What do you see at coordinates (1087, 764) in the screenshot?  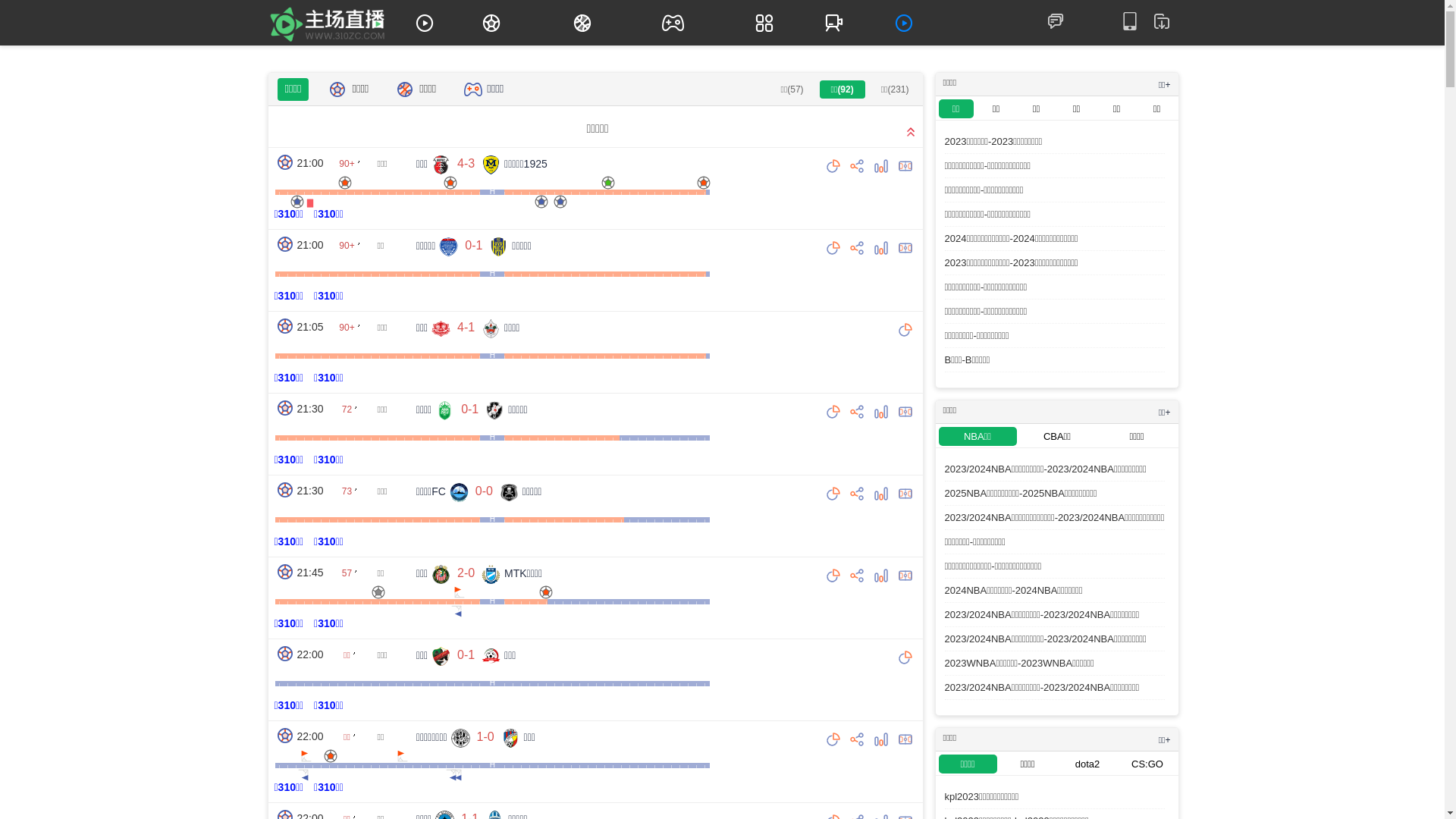 I see `'dota2'` at bounding box center [1087, 764].